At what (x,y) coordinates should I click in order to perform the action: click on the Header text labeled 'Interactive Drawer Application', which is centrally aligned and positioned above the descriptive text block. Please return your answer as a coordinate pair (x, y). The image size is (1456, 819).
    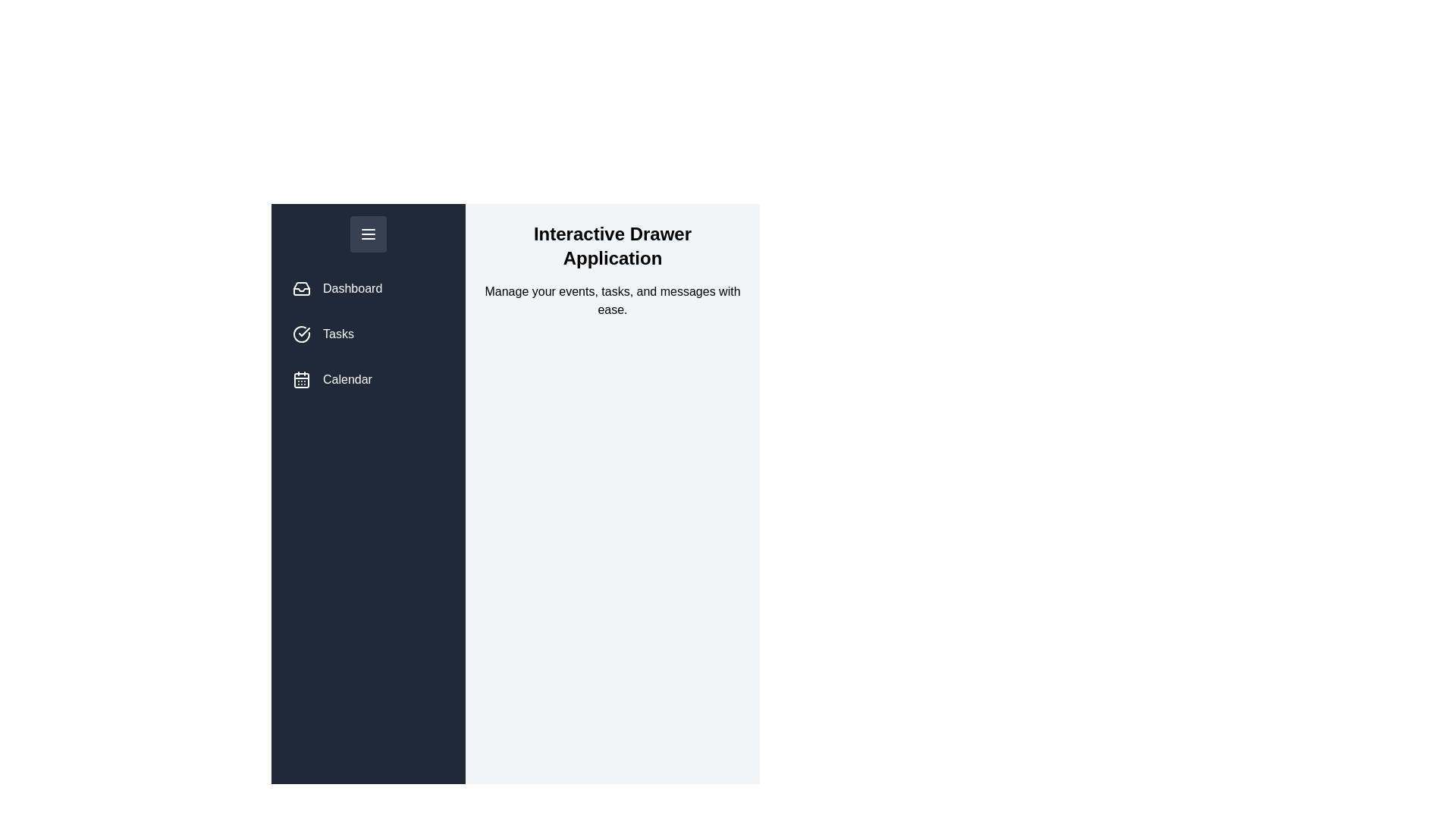
    Looking at the image, I should click on (612, 245).